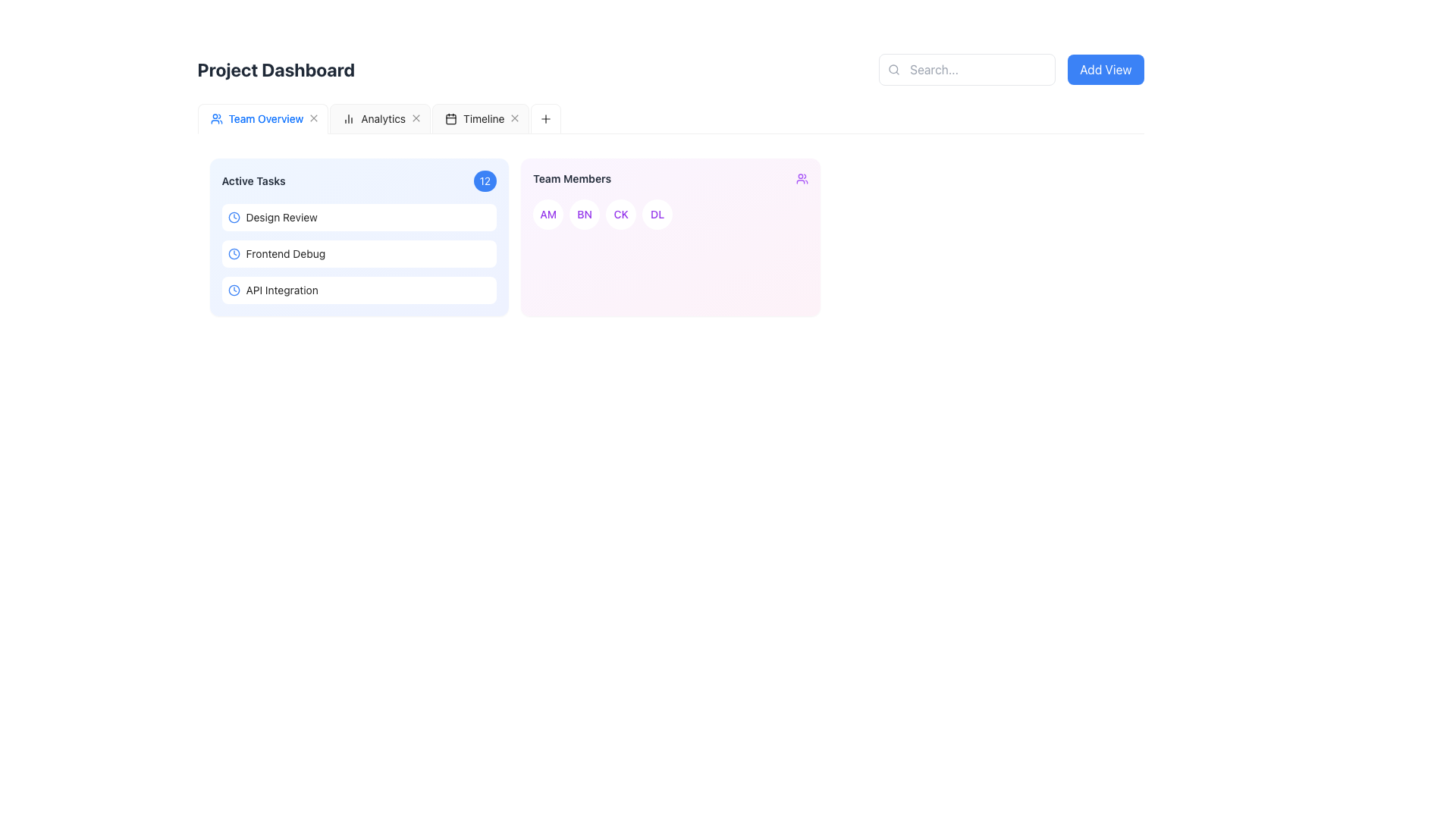  I want to click on the close icon button depicted as an 'X' shape located within the 'Team Overview' tab in the navigation bar, so click(313, 118).